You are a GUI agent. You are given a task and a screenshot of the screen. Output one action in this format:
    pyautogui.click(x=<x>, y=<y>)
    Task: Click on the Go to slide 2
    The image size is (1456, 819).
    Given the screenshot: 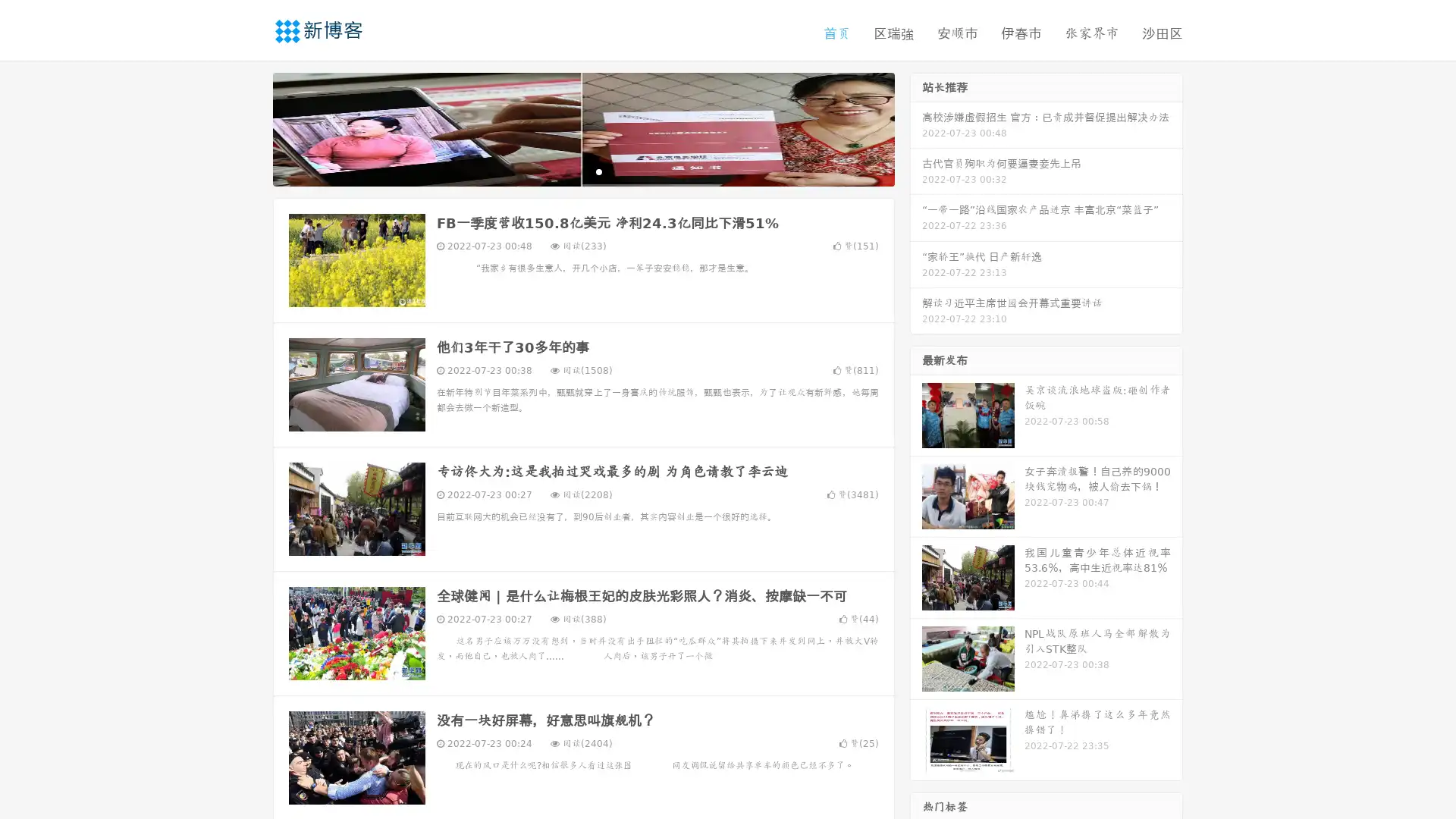 What is the action you would take?
    pyautogui.click(x=582, y=171)
    